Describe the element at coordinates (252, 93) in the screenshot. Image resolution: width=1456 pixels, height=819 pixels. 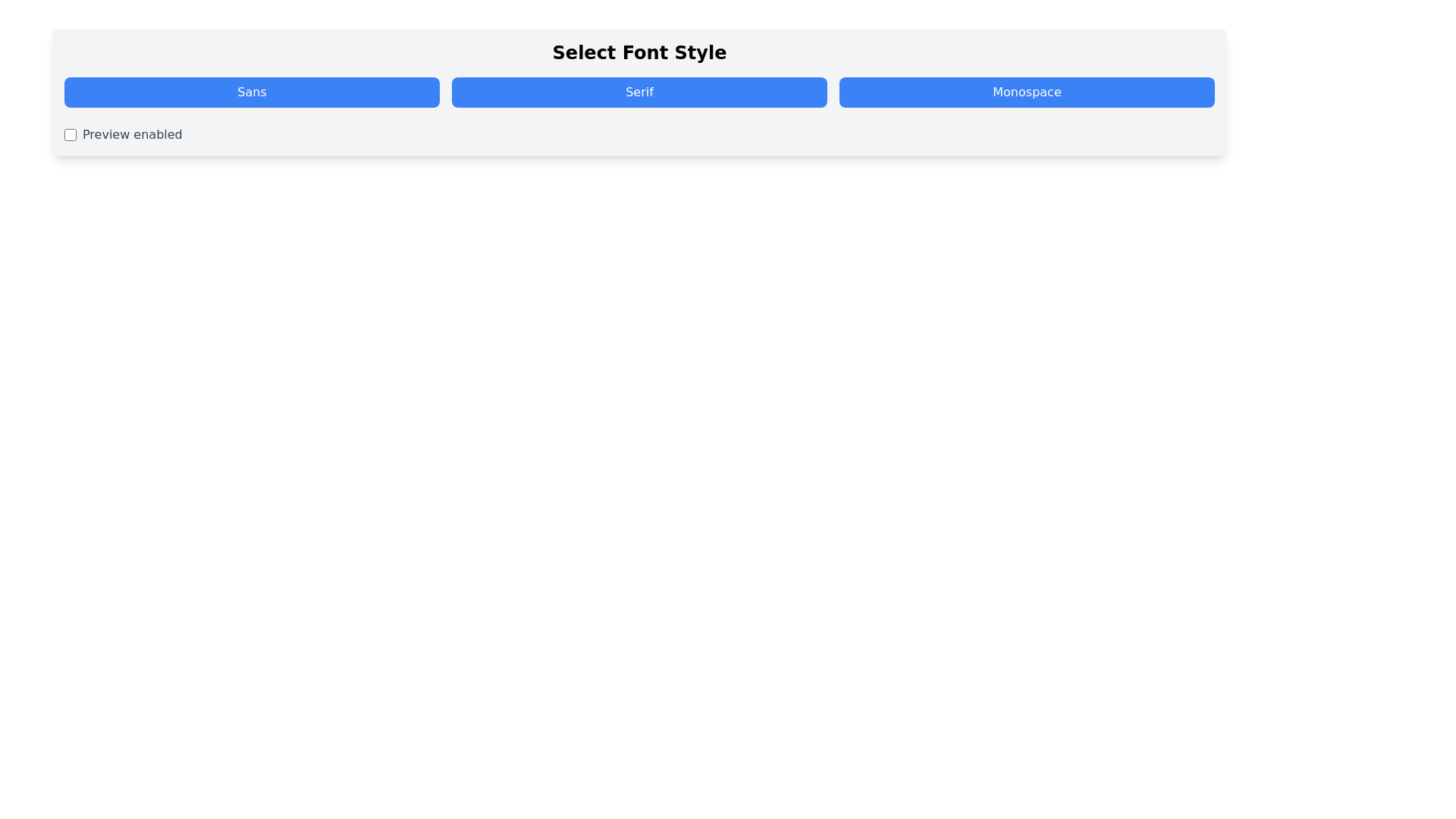
I see `the 'Sans' font style button, which is the first button in a group of three horizontally aligned buttons` at that location.